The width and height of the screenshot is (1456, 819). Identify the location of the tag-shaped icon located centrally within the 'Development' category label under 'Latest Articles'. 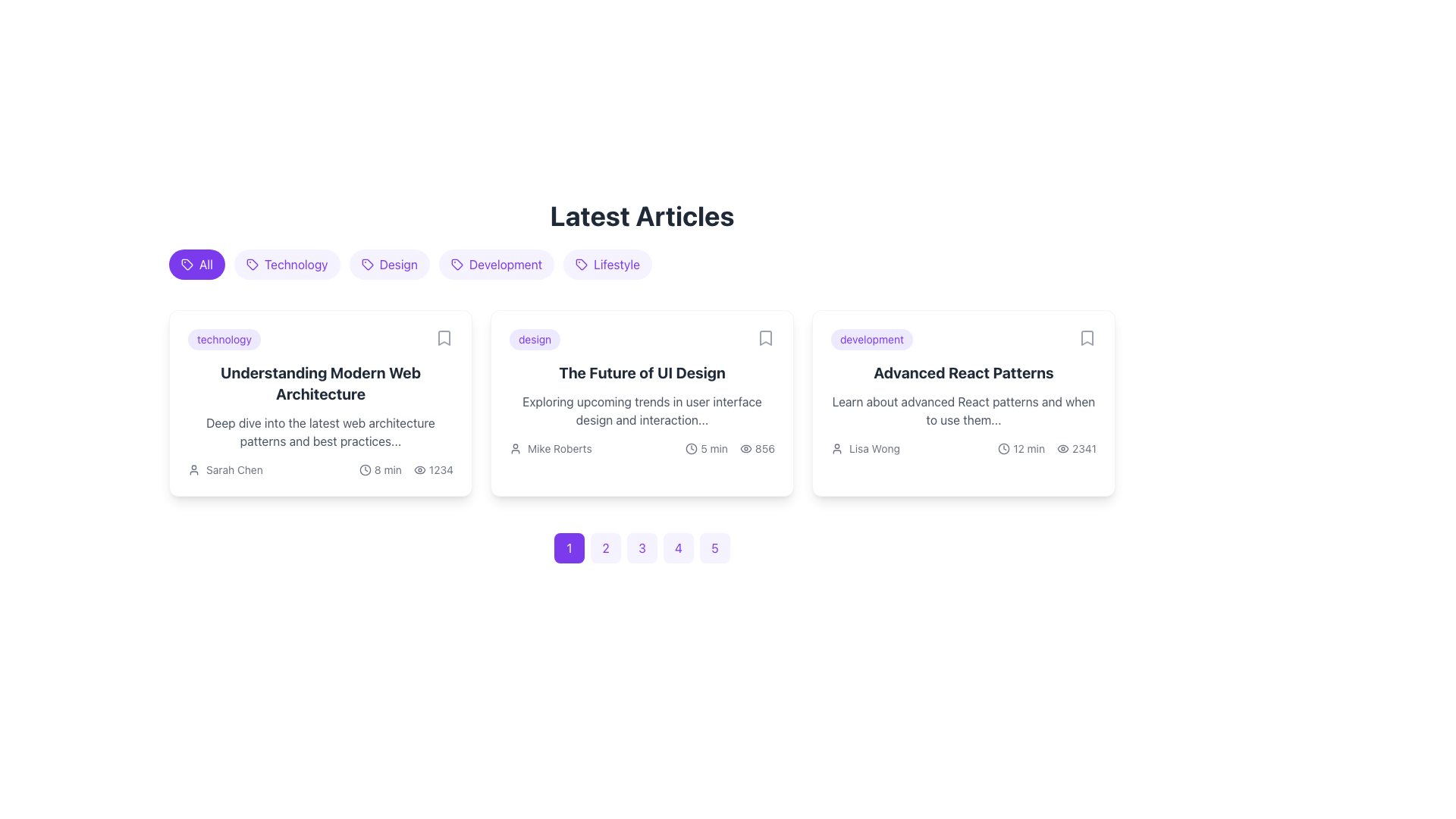
(456, 263).